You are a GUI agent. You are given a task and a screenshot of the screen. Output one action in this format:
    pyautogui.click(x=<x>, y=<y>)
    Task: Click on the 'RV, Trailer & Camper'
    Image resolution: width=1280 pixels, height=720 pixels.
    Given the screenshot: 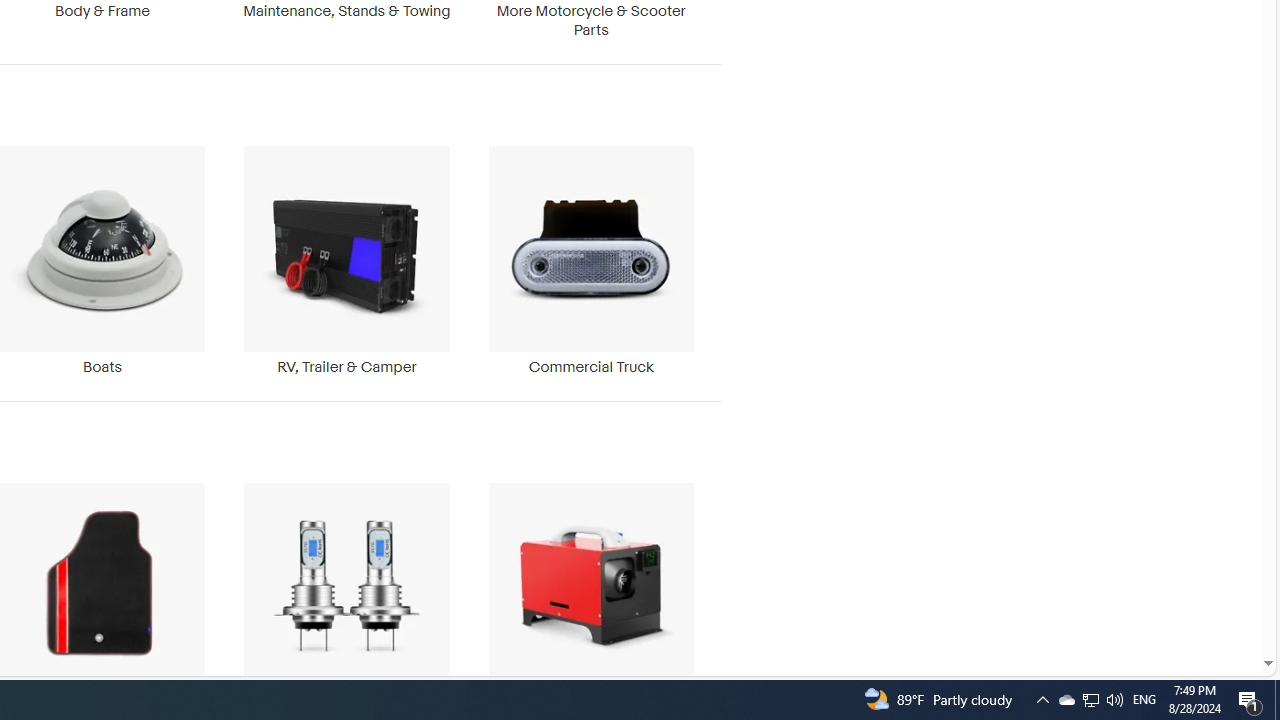 What is the action you would take?
    pyautogui.click(x=346, y=260)
    